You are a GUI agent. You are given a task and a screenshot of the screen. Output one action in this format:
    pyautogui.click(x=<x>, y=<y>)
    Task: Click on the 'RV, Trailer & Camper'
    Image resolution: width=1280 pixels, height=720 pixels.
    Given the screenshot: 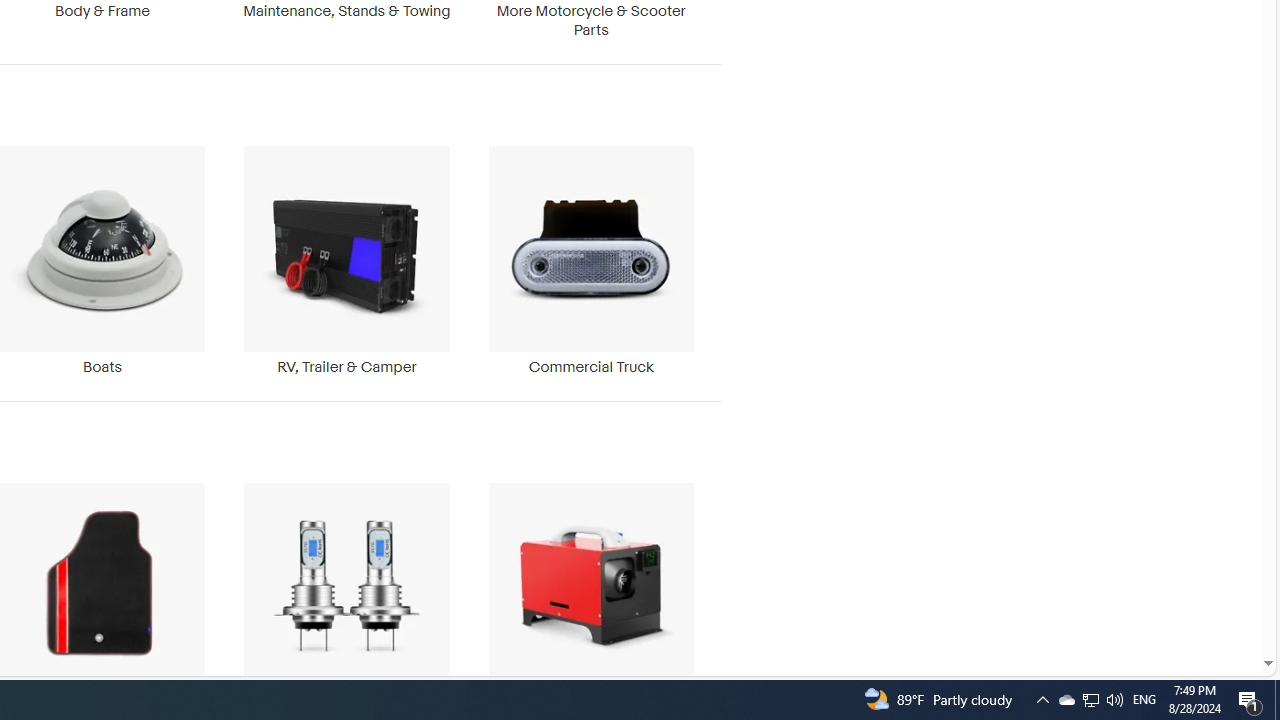 What is the action you would take?
    pyautogui.click(x=346, y=260)
    